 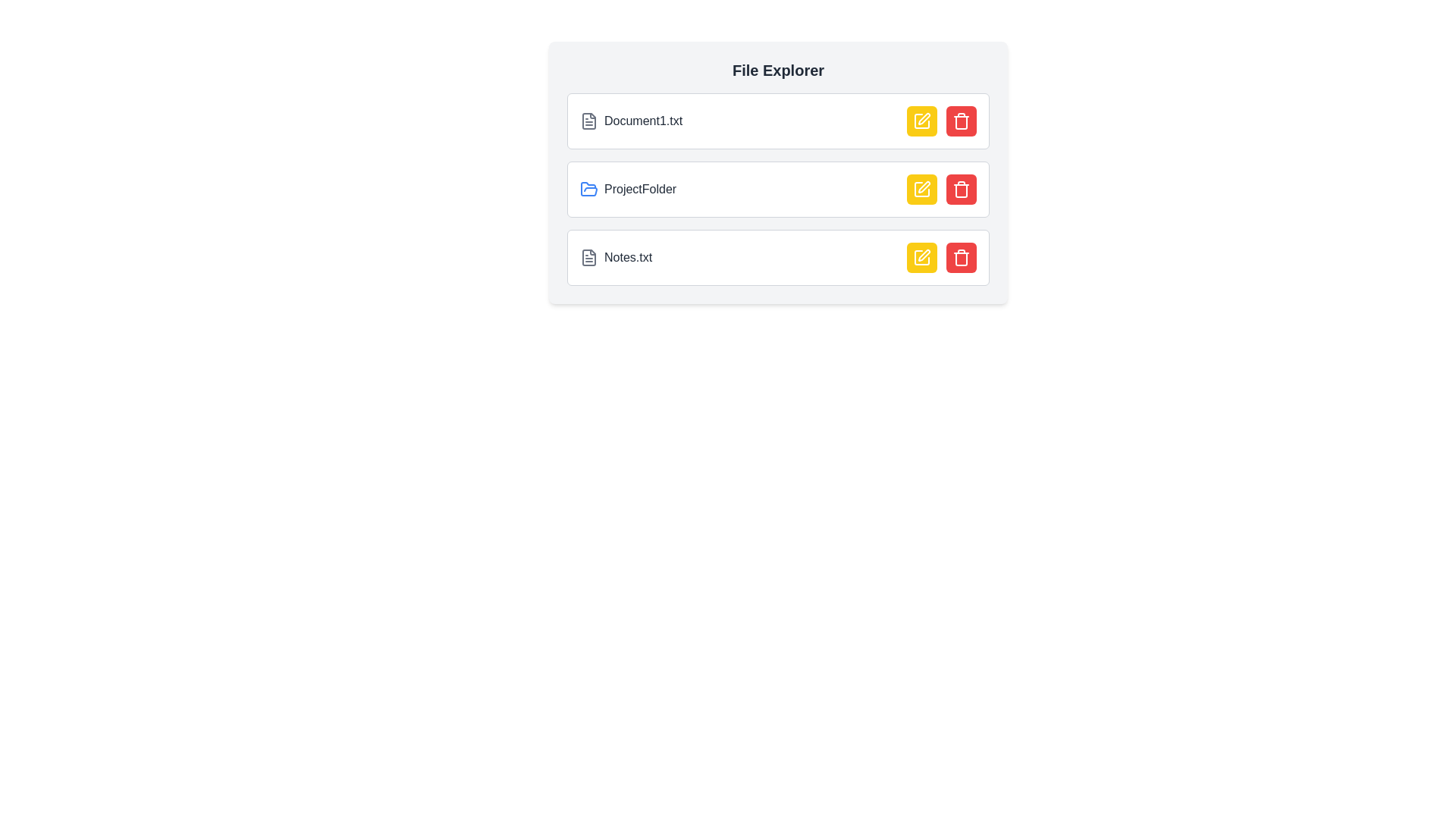 What do you see at coordinates (941, 120) in the screenshot?
I see `the yellow button in the control panel for the file 'Document1.txt'` at bounding box center [941, 120].